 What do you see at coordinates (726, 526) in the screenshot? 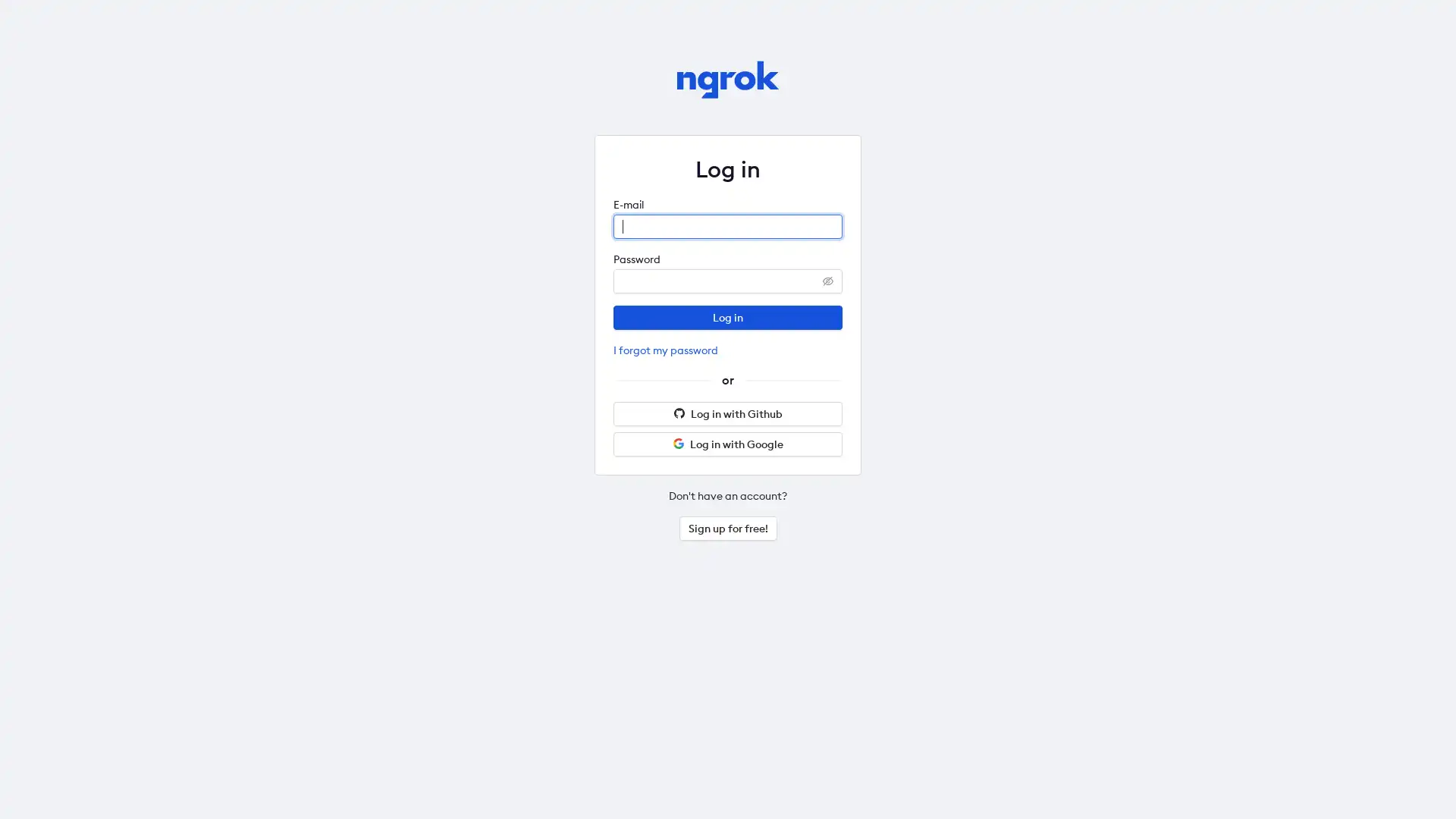
I see `Sign up for free!` at bounding box center [726, 526].